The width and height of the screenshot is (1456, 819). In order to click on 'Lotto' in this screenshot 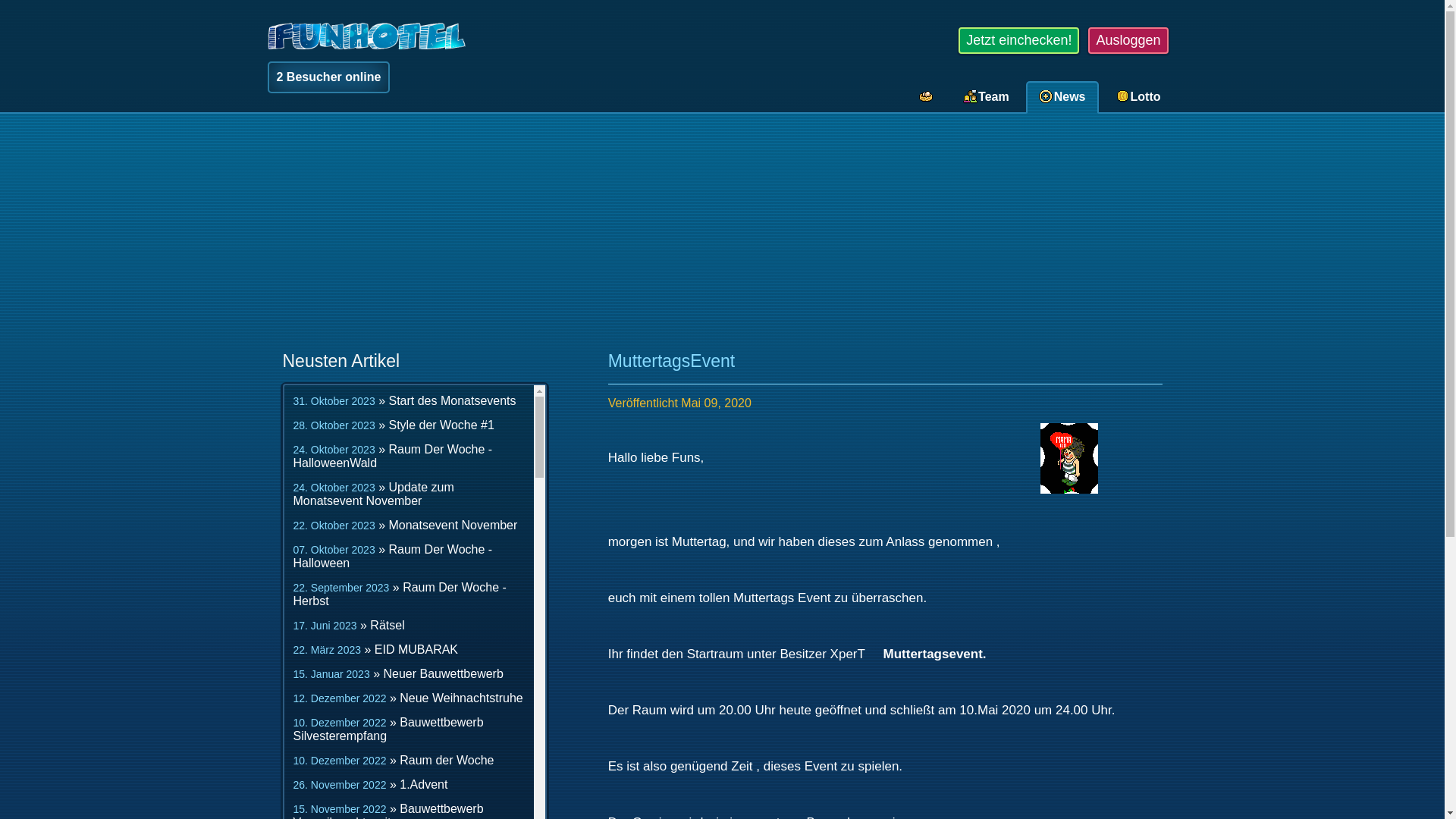, I will do `click(1140, 96)`.